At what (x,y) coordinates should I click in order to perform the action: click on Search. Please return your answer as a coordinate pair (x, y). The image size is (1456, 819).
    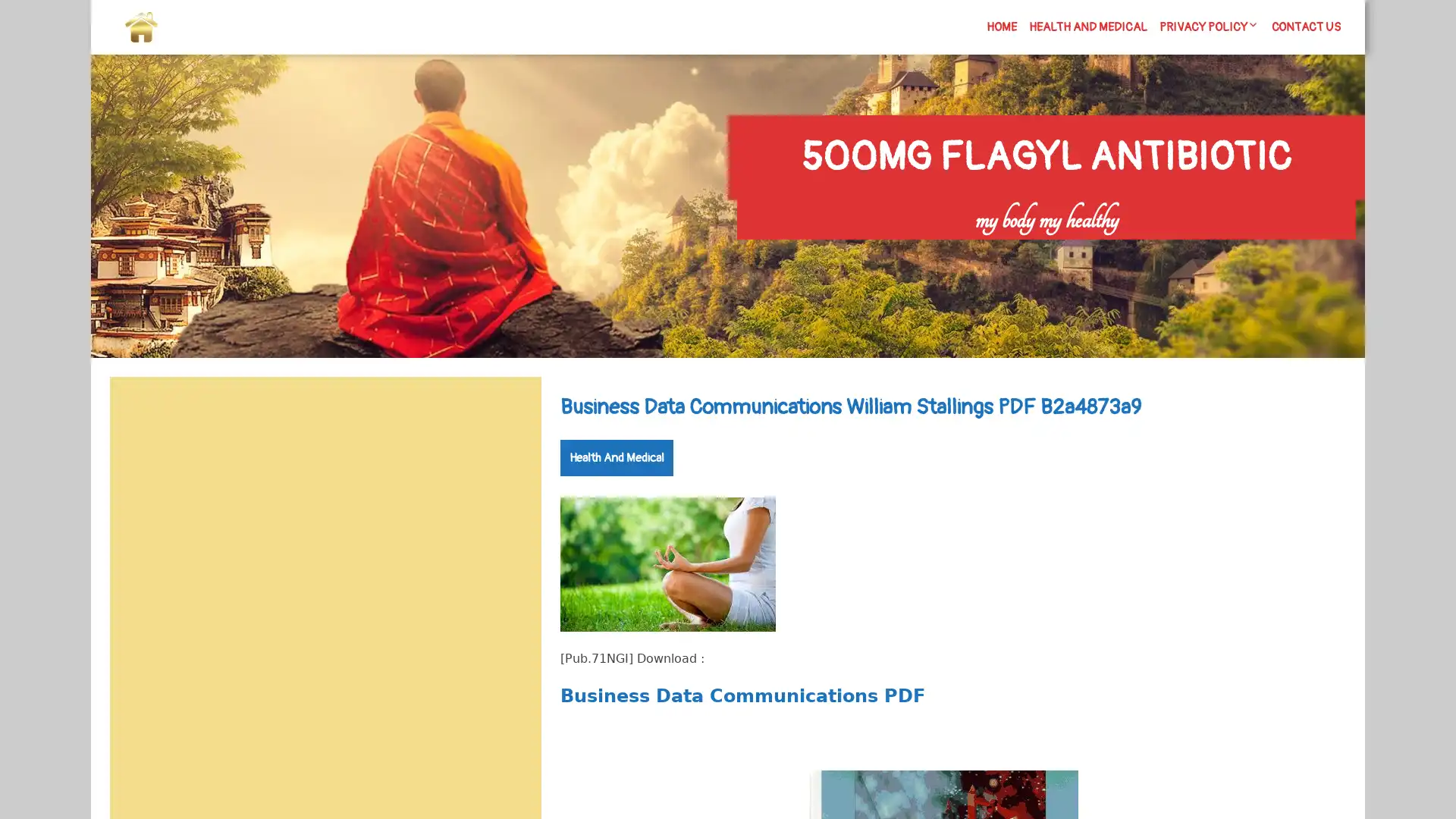
    Looking at the image, I should click on (1181, 248).